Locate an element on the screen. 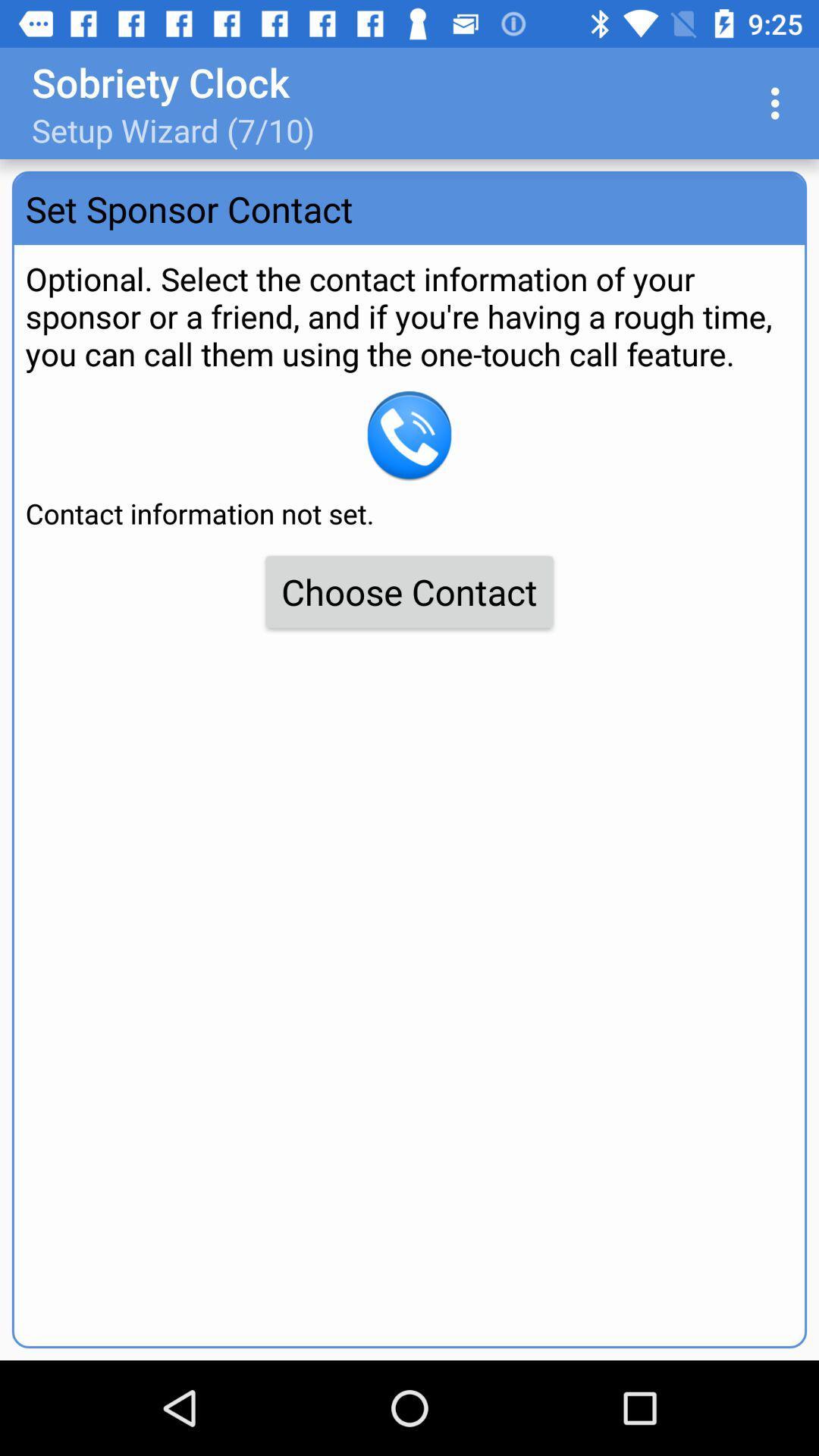 The image size is (819, 1456). choose contact item is located at coordinates (409, 591).